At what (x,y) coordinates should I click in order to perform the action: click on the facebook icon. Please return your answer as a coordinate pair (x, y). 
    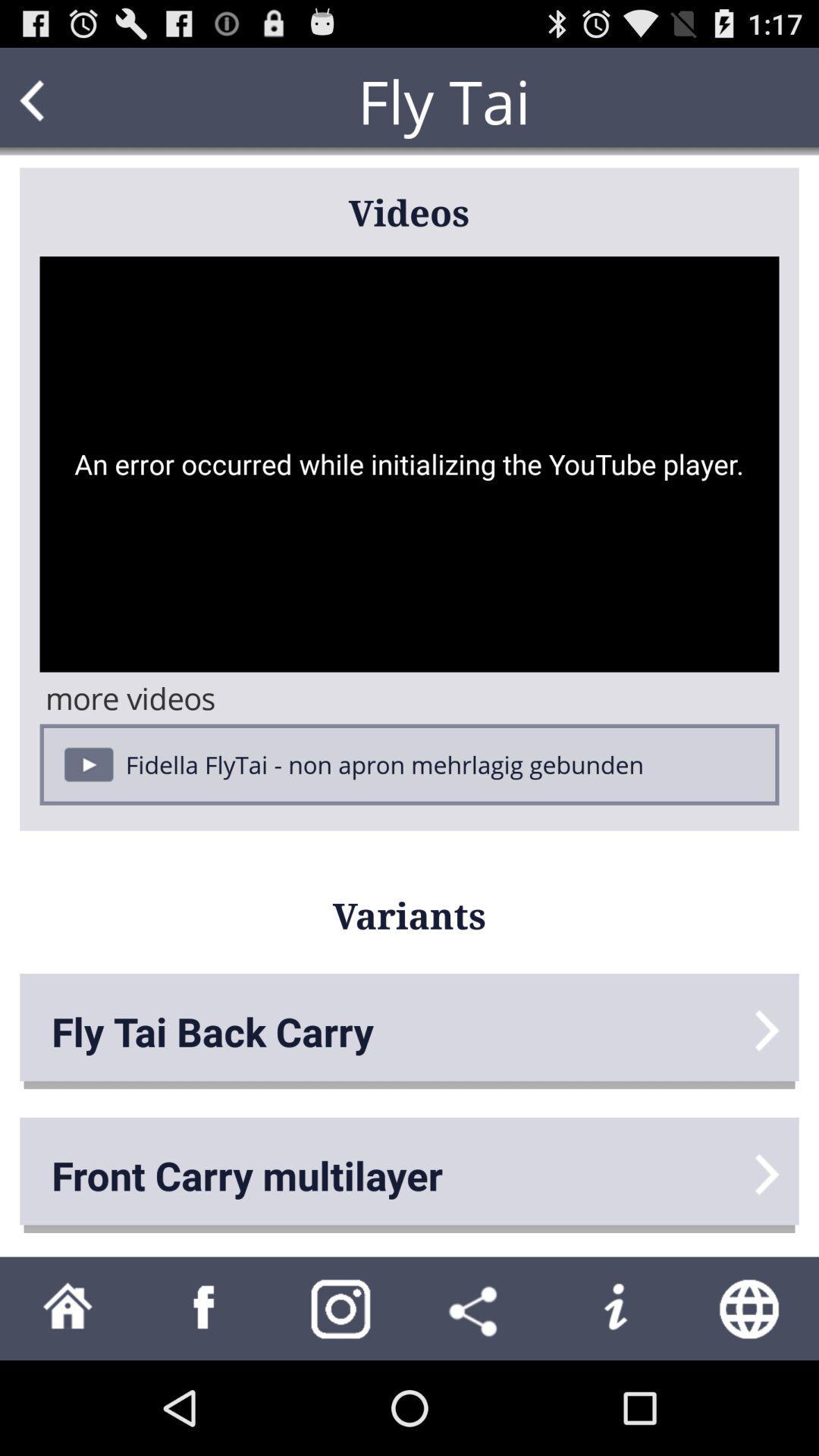
    Looking at the image, I should click on (205, 1400).